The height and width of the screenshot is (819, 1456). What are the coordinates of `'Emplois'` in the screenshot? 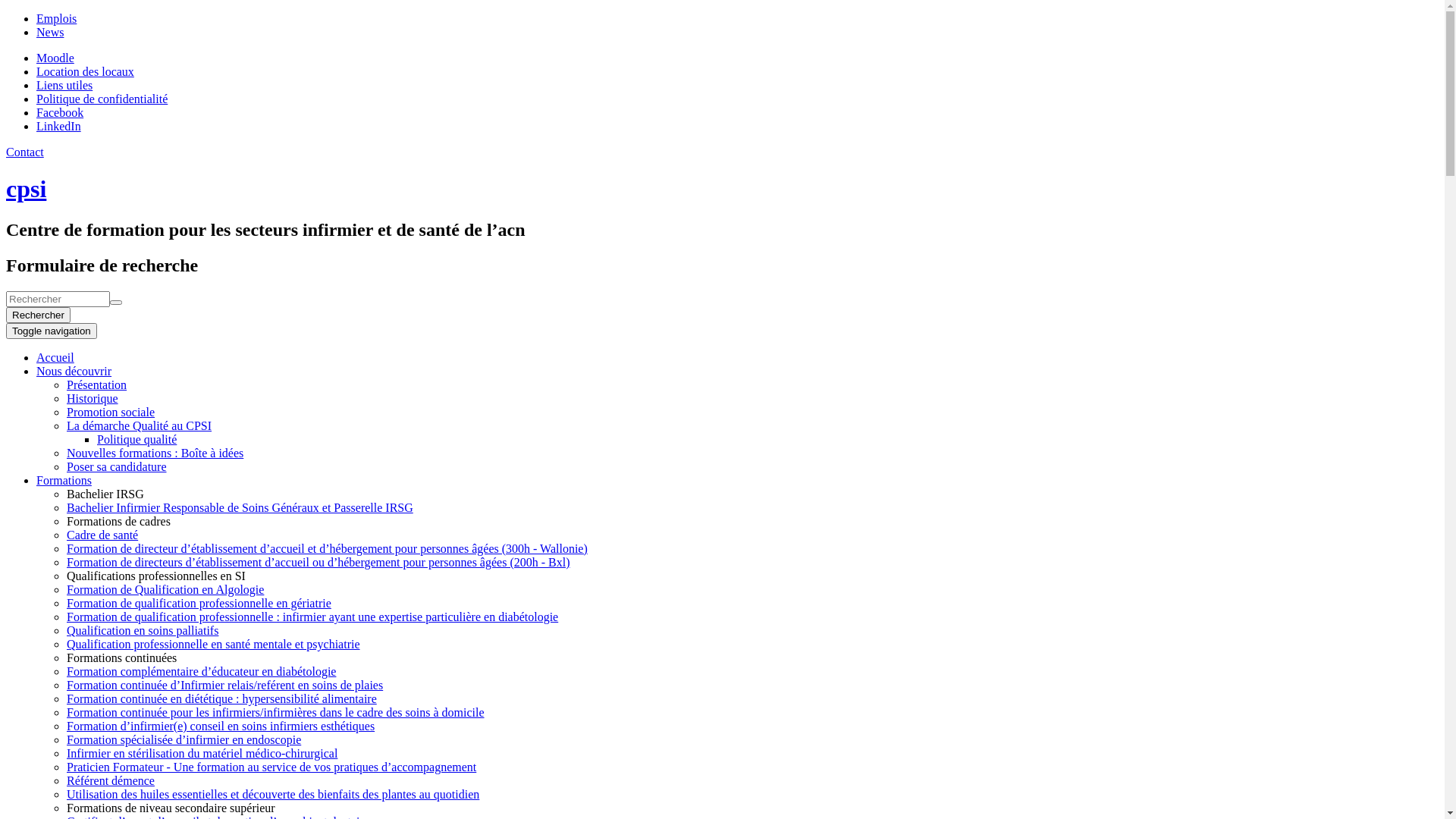 It's located at (56, 18).